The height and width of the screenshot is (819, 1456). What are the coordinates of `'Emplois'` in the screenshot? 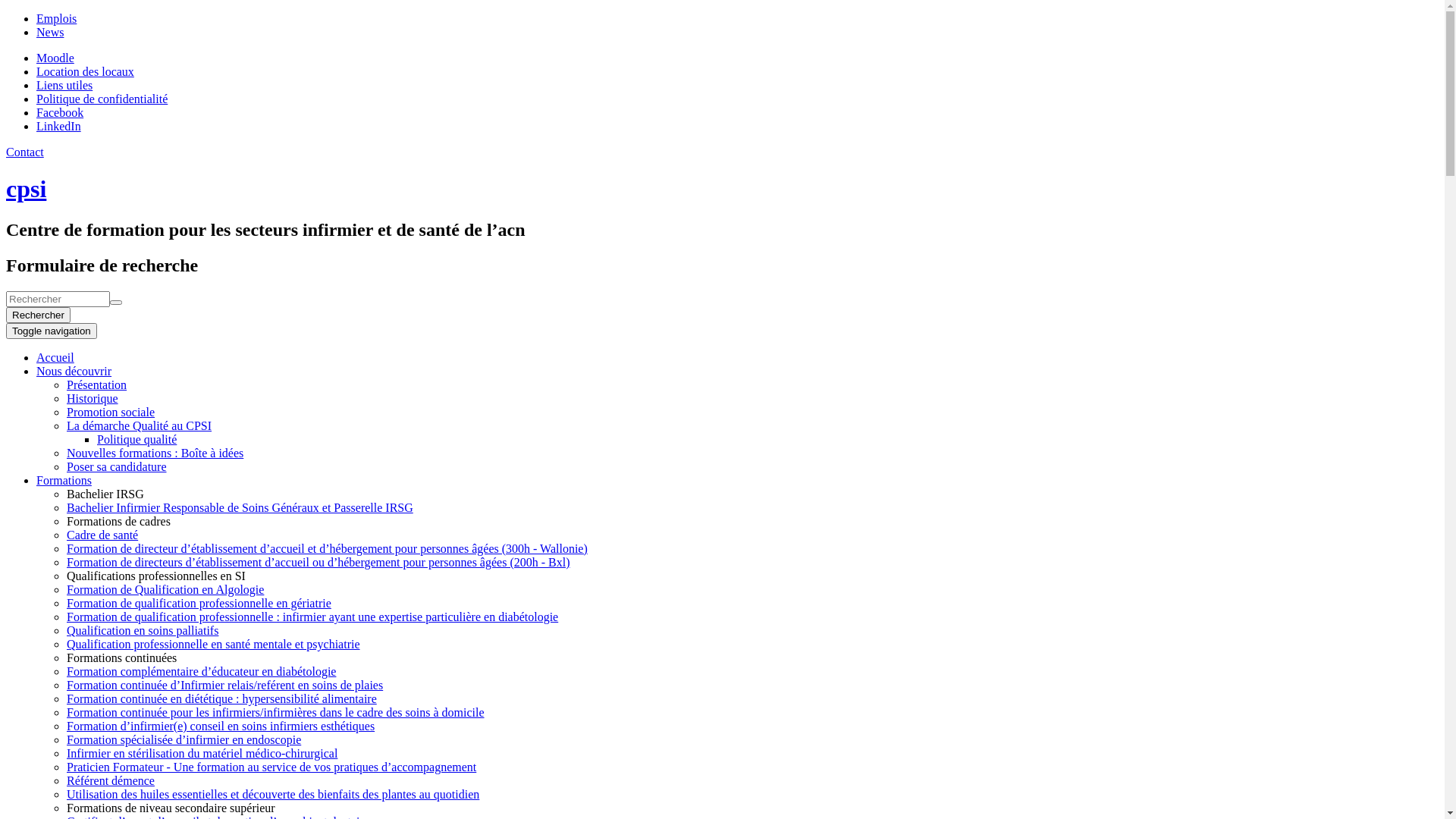 It's located at (56, 18).